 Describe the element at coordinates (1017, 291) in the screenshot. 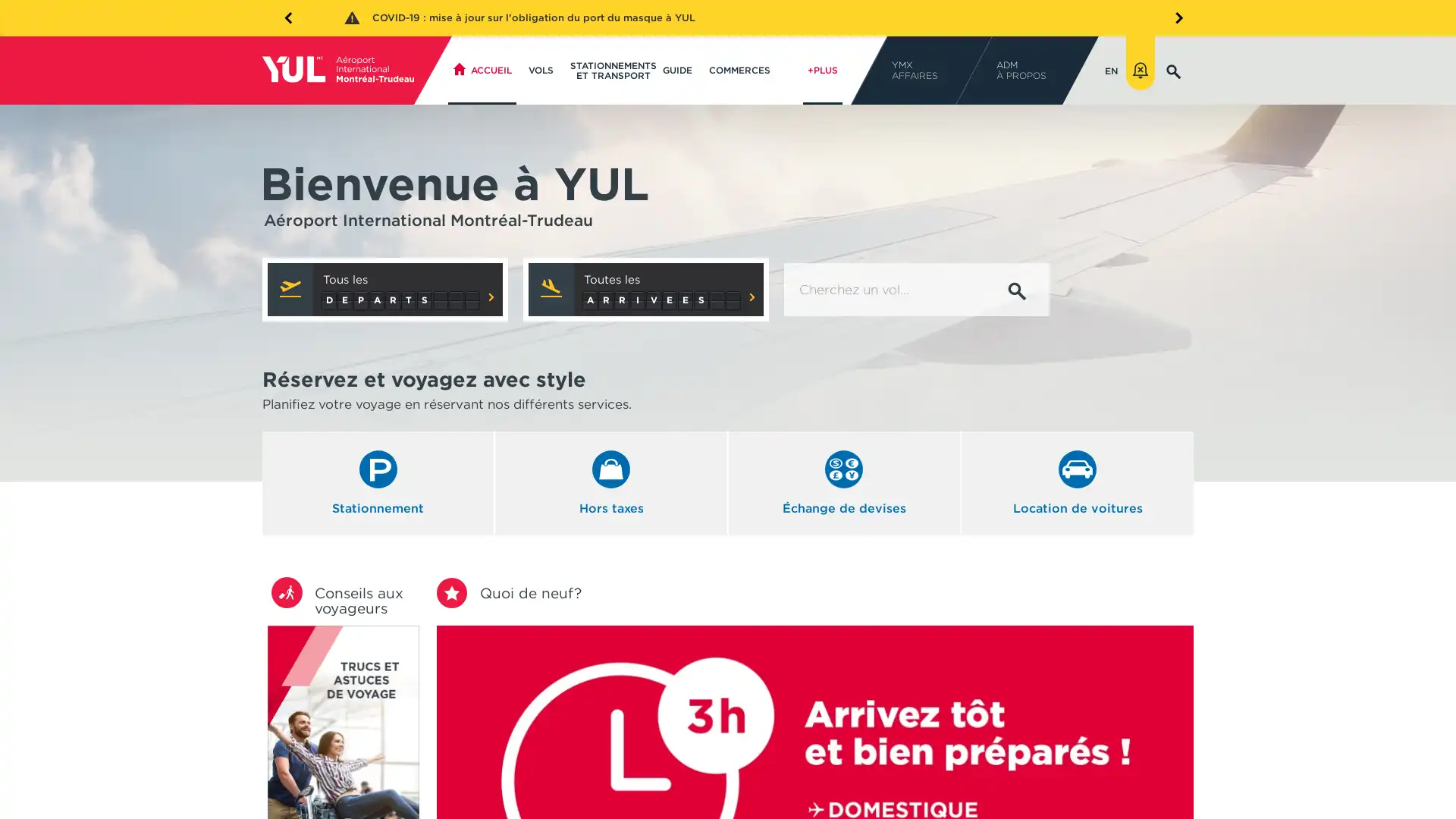

I see `Recherchez` at that location.